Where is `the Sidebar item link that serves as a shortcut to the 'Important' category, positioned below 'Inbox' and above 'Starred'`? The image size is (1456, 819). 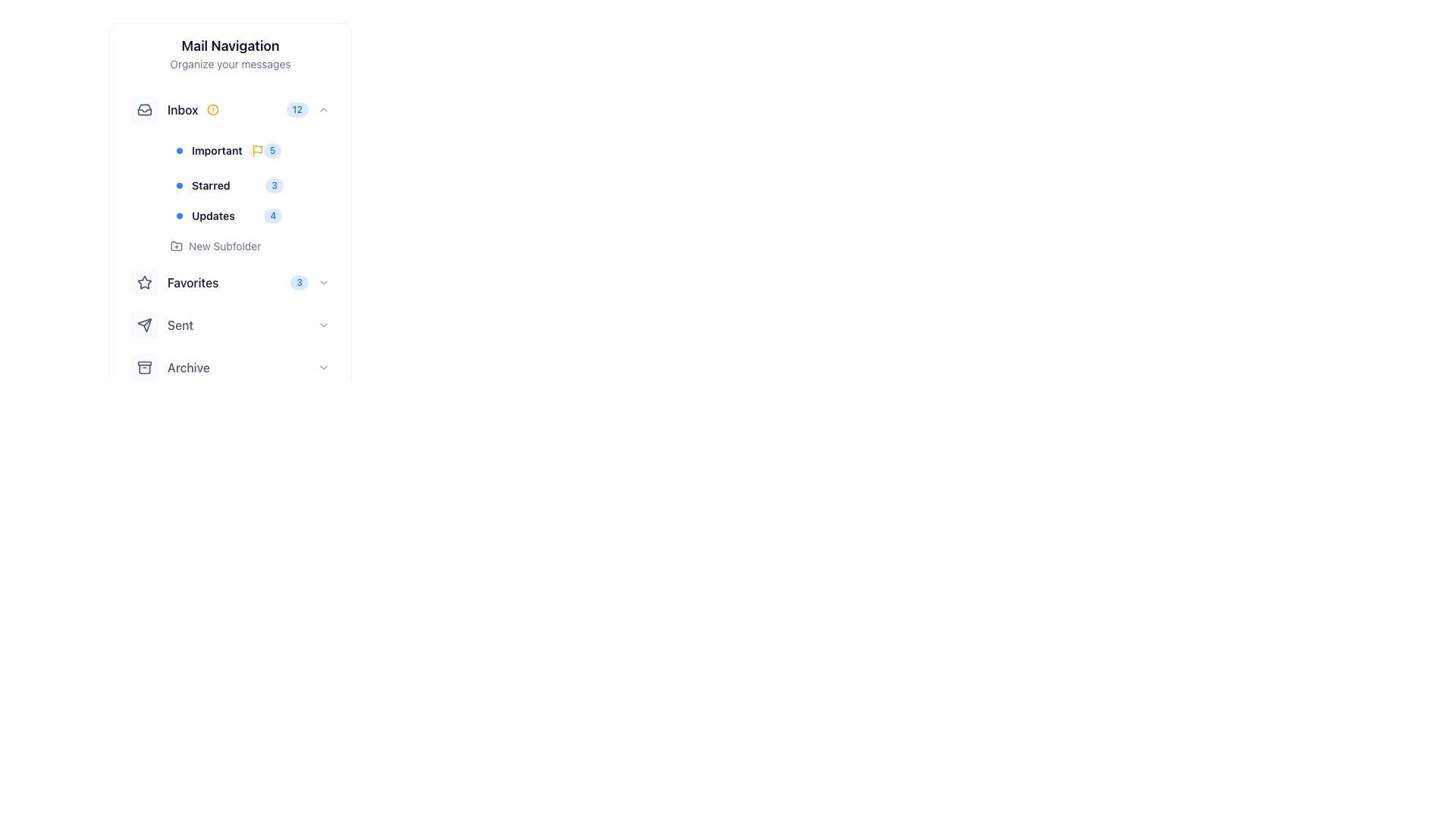
the Sidebar item link that serves as a shortcut to the 'Important' category, positioned below 'Inbox' and above 'Starred' is located at coordinates (248, 151).